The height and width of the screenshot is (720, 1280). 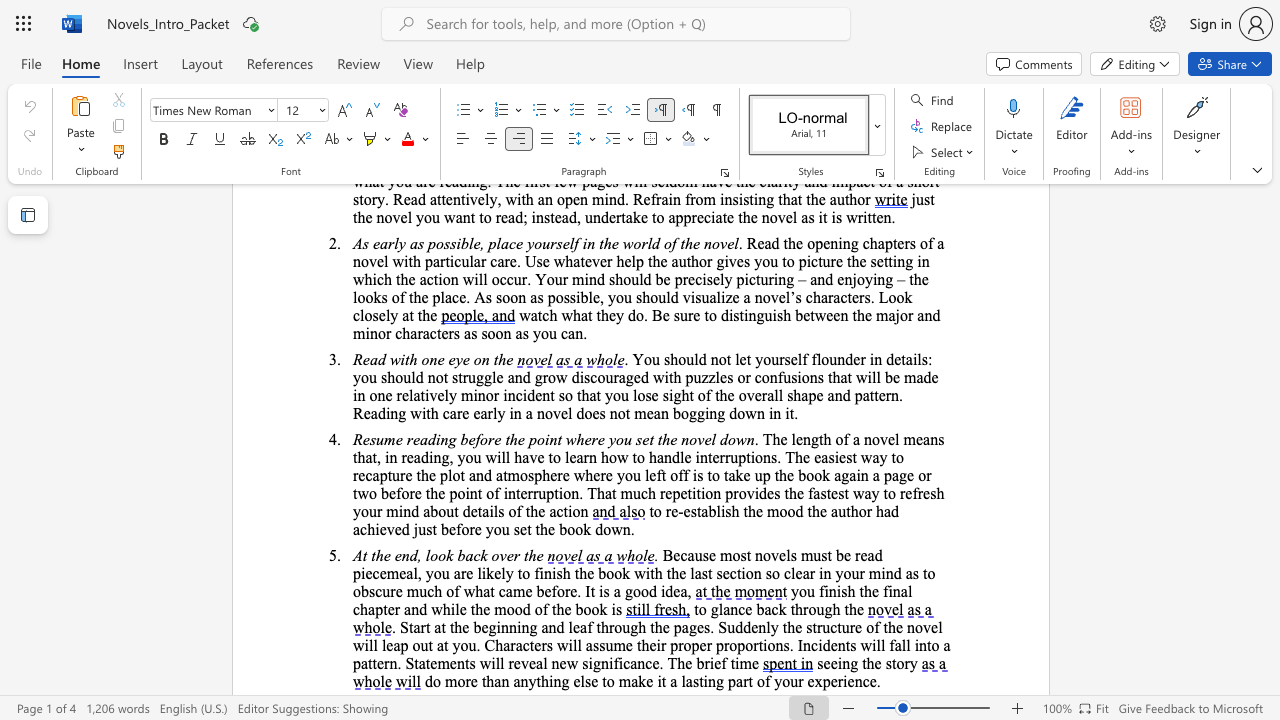 What do you see at coordinates (727, 438) in the screenshot?
I see `the subset text "ow" within the text "Resume reading before the point where you set the novel down"` at bounding box center [727, 438].